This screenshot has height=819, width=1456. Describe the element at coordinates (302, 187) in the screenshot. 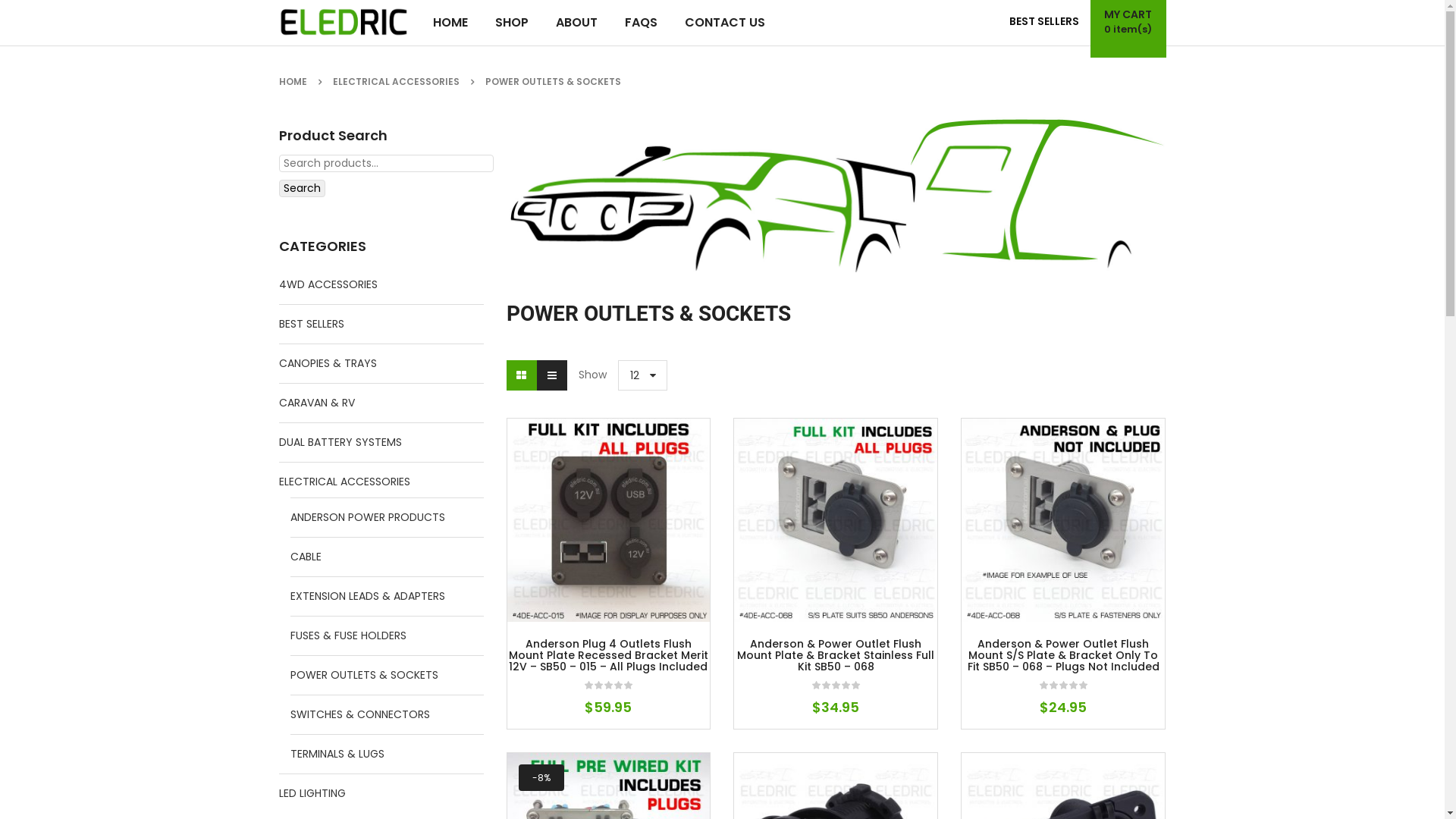

I see `'Search'` at that location.